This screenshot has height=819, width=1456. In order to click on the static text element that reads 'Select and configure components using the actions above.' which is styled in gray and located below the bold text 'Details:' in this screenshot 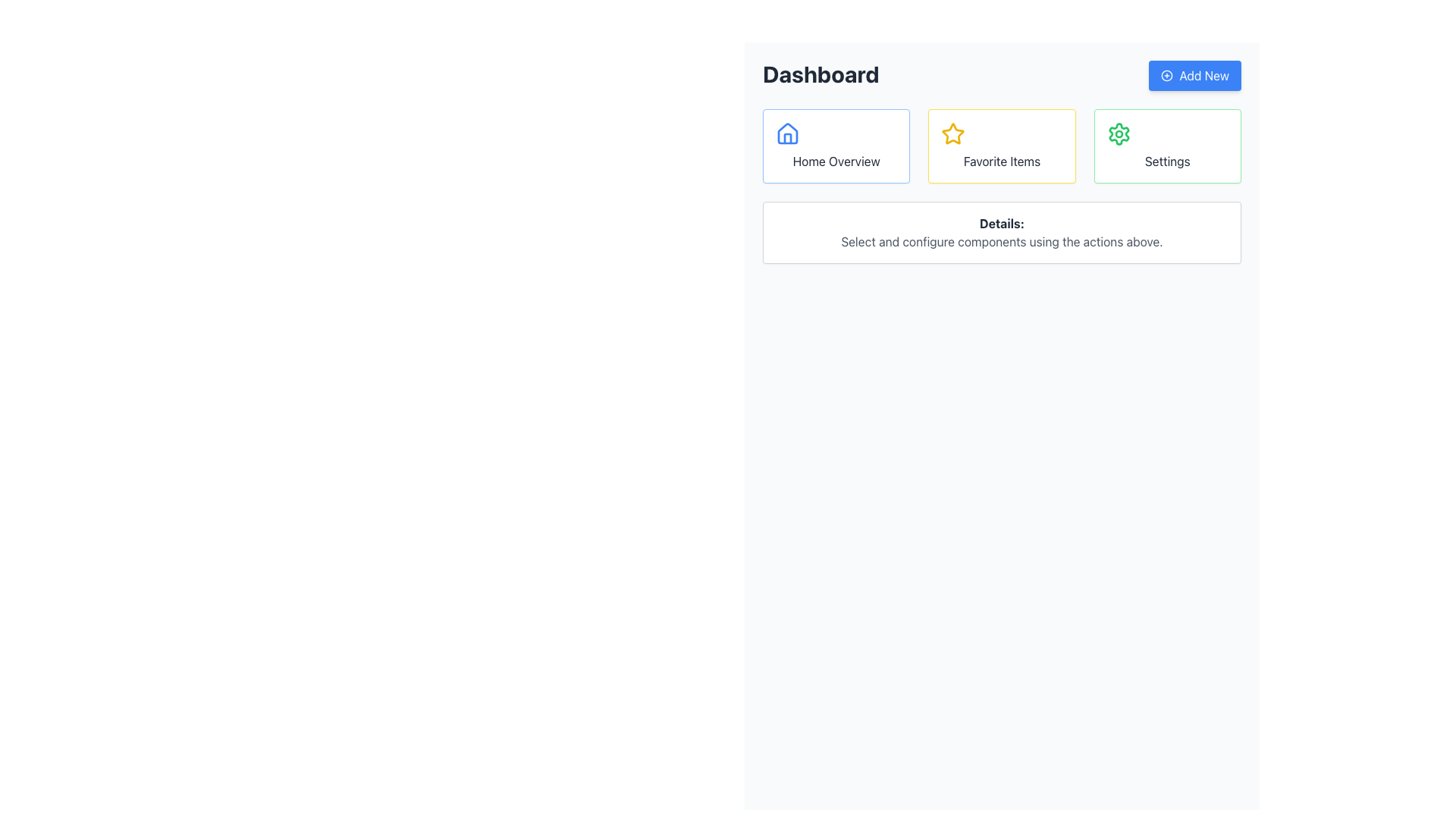, I will do `click(1002, 241)`.